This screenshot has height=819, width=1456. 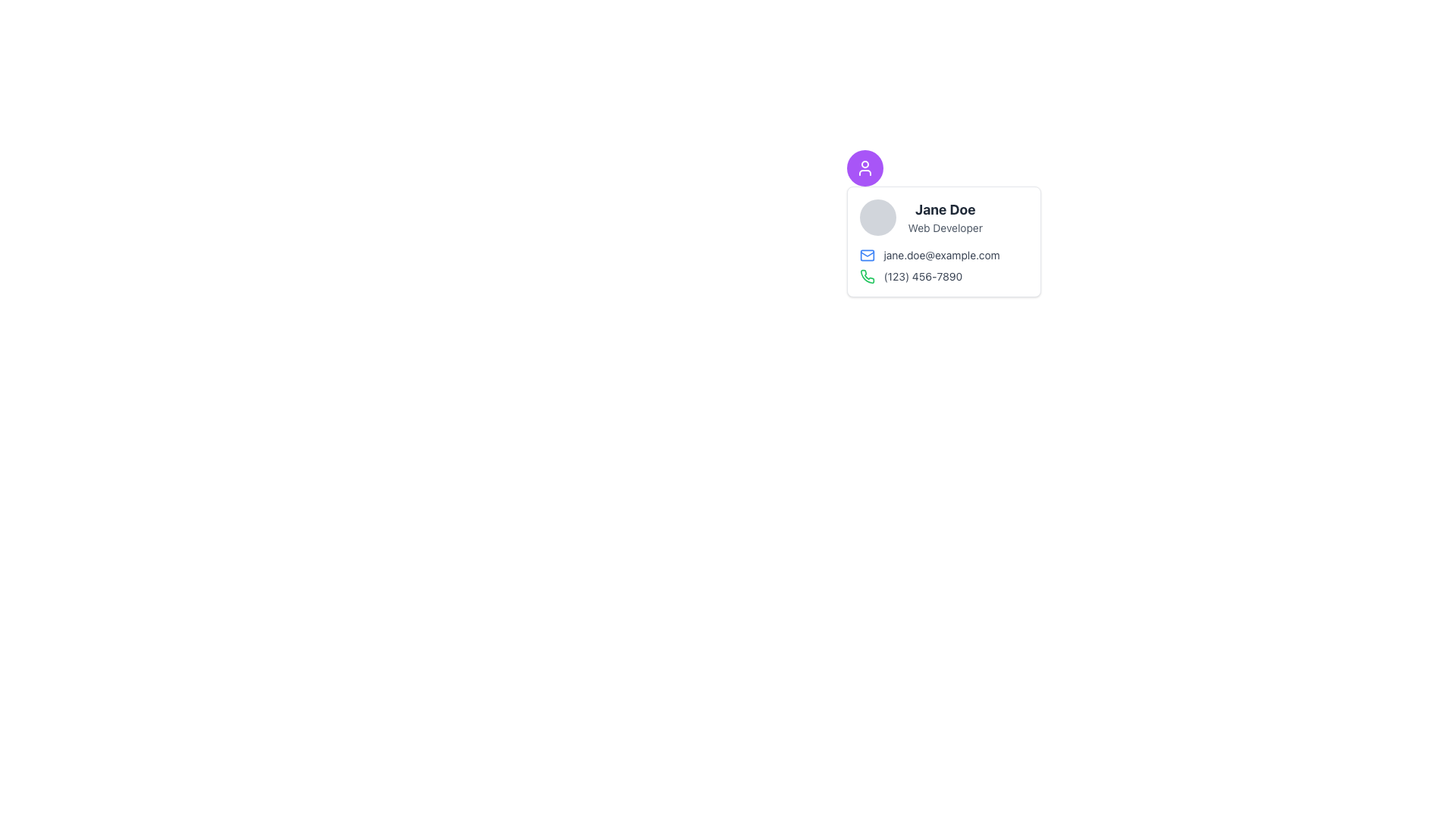 What do you see at coordinates (943, 277) in the screenshot?
I see `the phone number text segment displayed beneath the email address entry in the user contact card` at bounding box center [943, 277].